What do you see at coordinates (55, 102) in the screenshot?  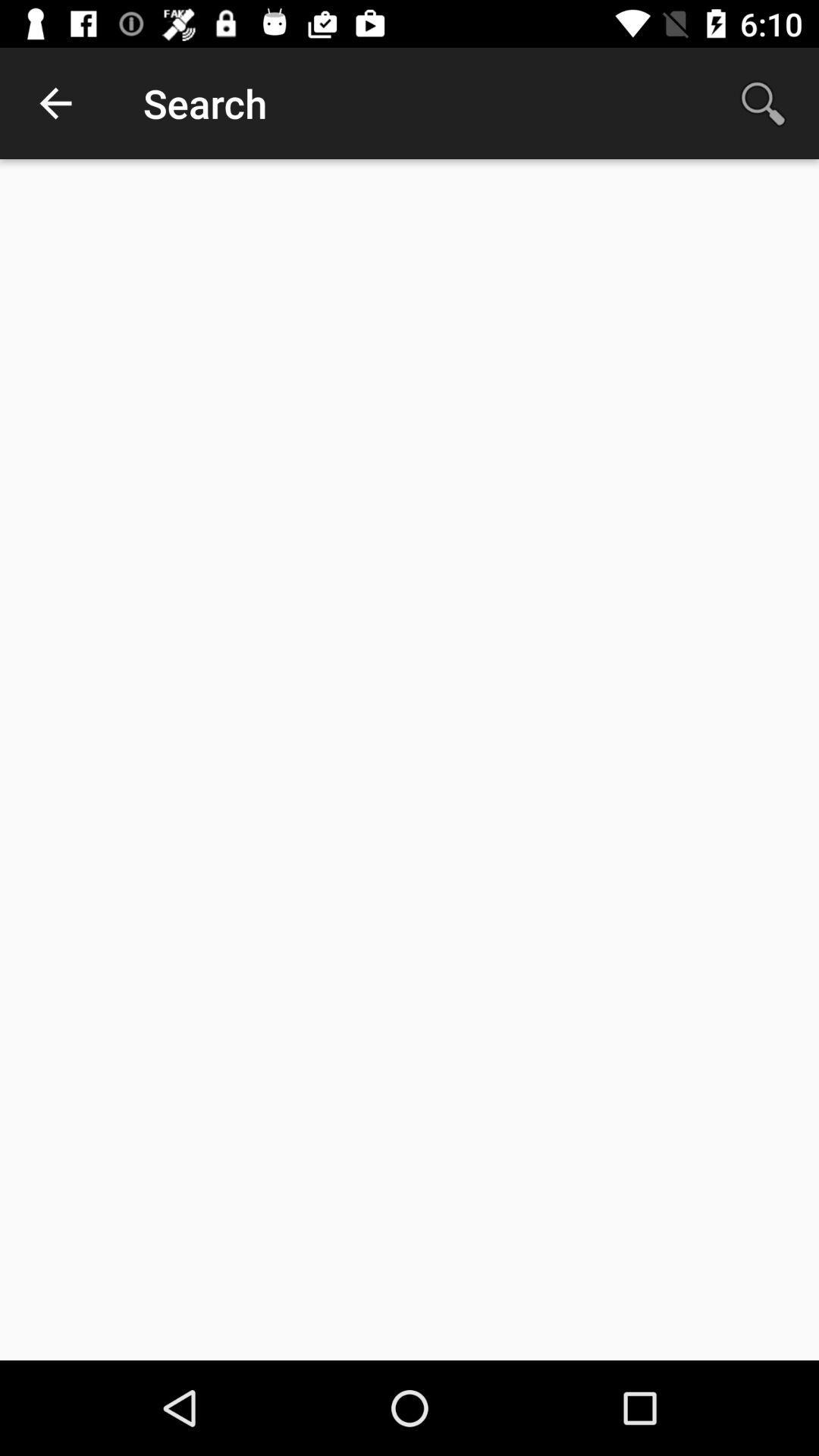 I see `item next to the search` at bounding box center [55, 102].